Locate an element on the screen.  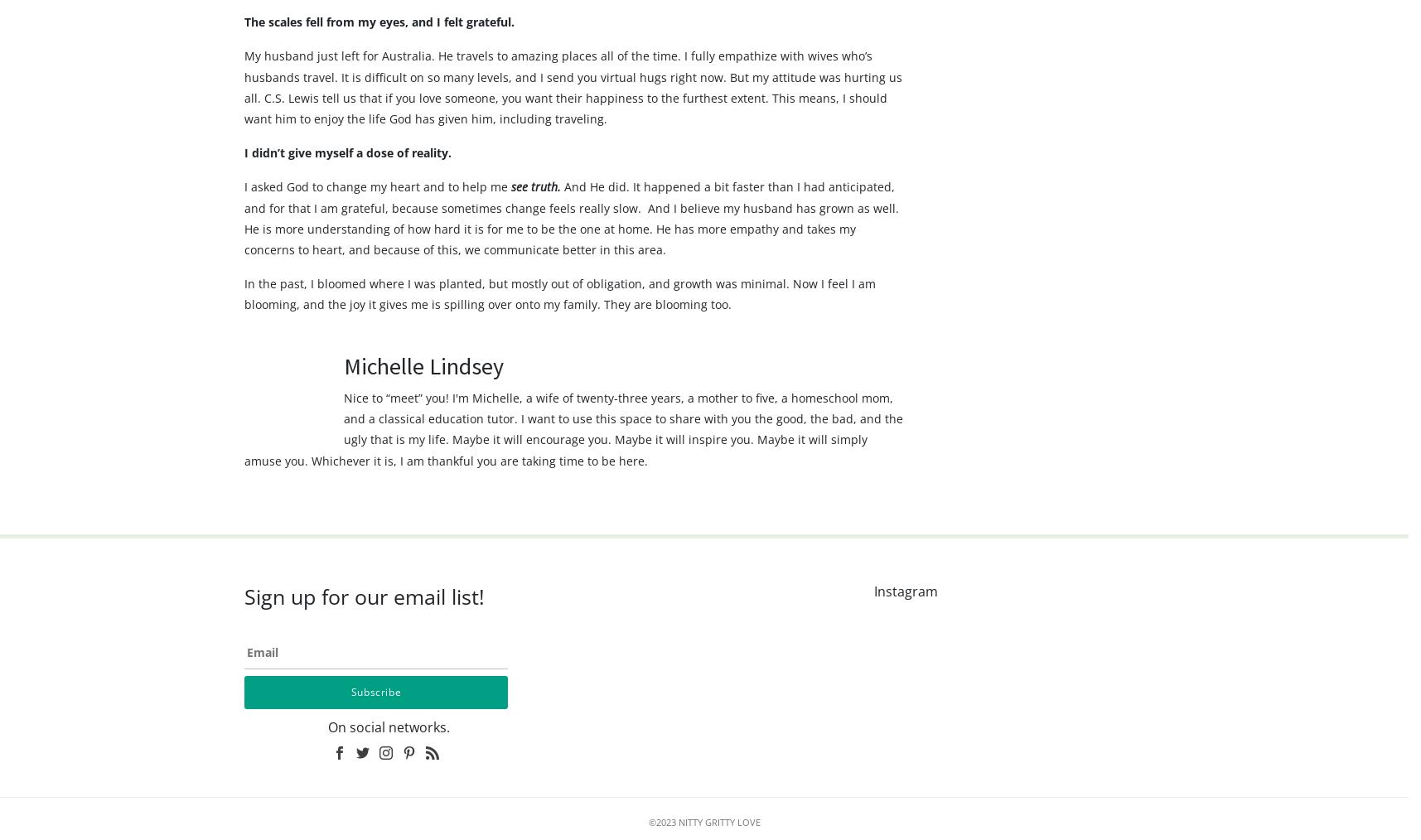
'The scales fell from my eyes, and I felt grateful.' is located at coordinates (380, 53).